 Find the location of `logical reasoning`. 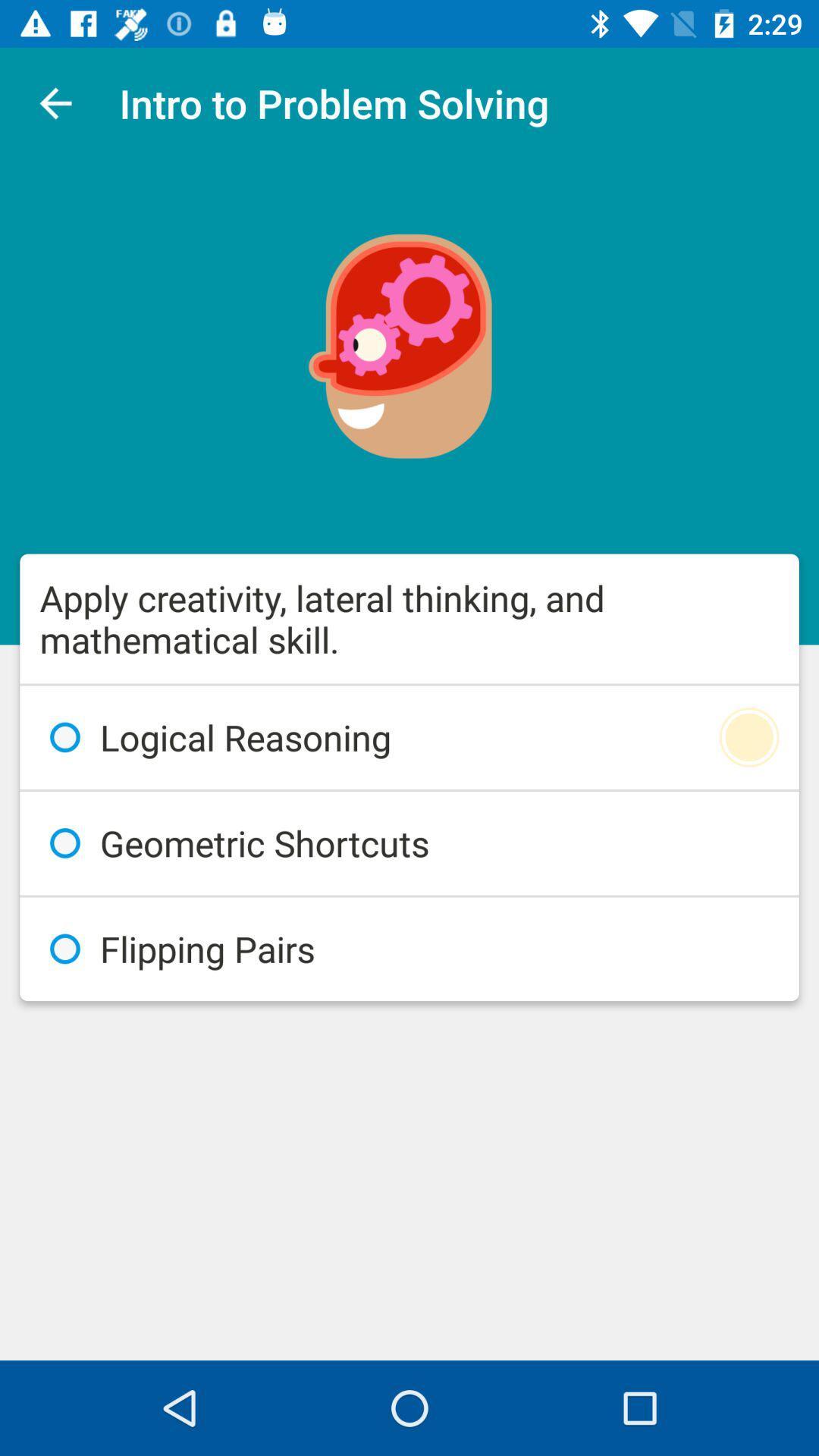

logical reasoning is located at coordinates (409, 737).